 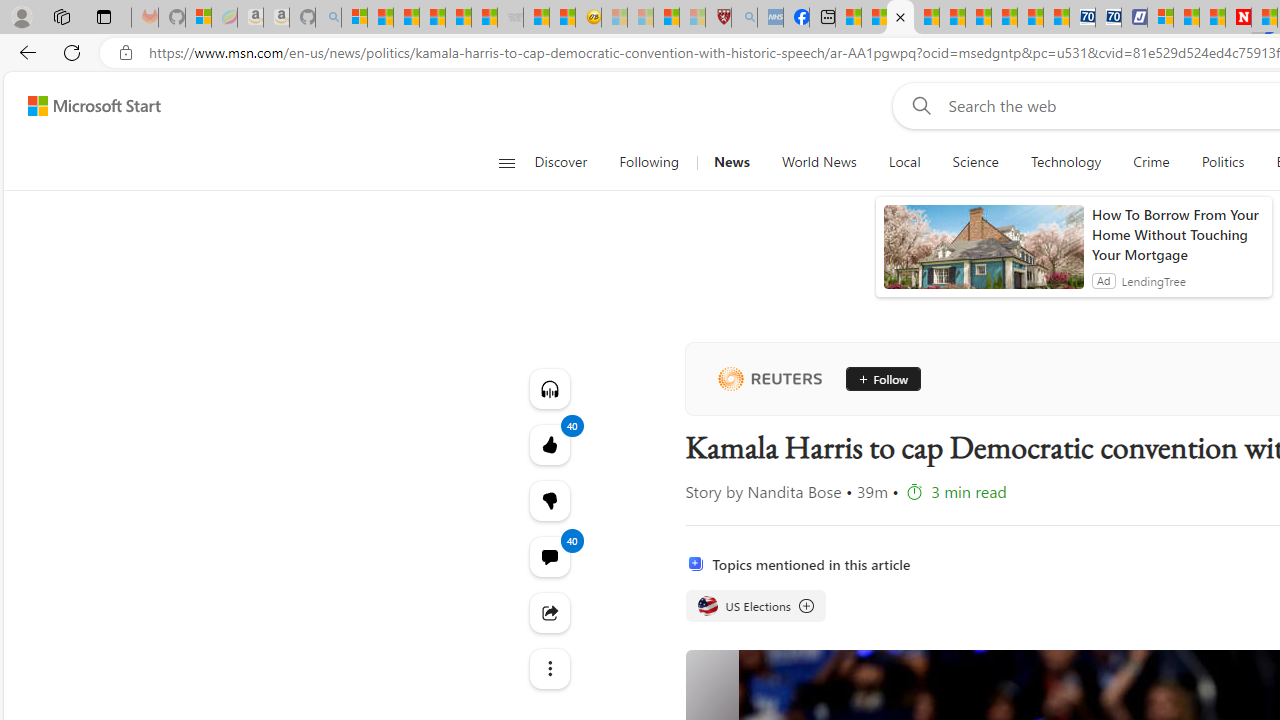 I want to click on 'News', so click(x=730, y=162).